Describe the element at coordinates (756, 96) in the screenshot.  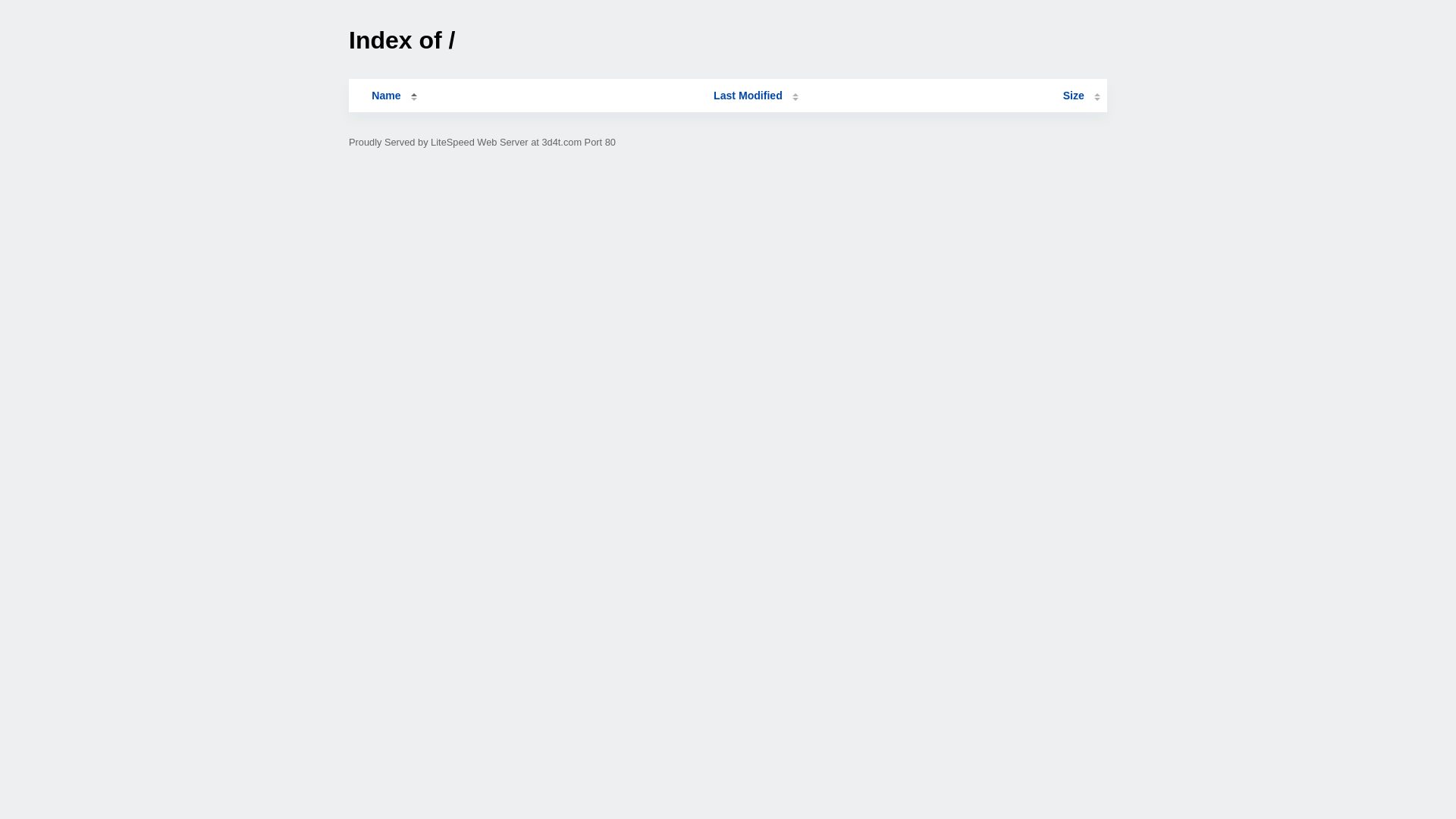
I see `'Last Modified'` at that location.